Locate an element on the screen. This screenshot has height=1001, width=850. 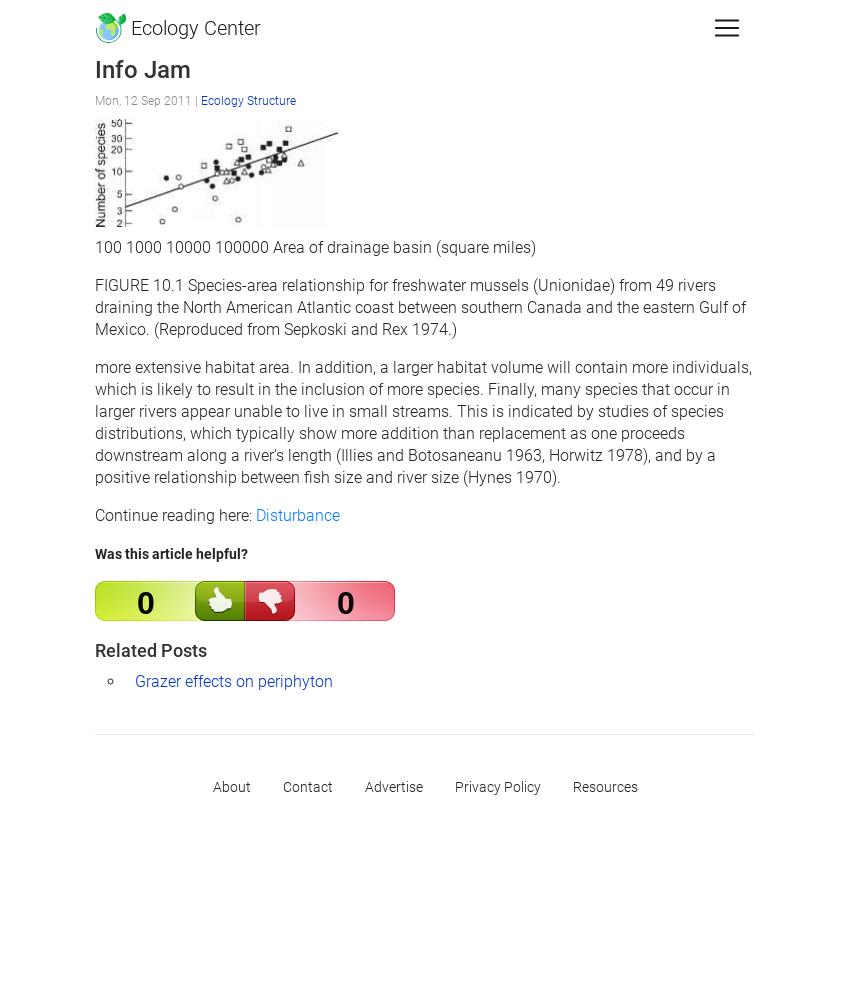
'more extensive habitat area. In addition, a larger habitat volume will contain more individuals, which is likely to result in the inclusion of more species. Finally, many species that occur in larger rivers appear unable to live in small streams. This is indicated by studies of species distributions, which typically show more addition than replacement as one proceeds downstream along a river's length (Illies and Botosaneanu 1963, Horwitz 1978), and by a positive relationship between fish size and river size (Hynes 1970).' is located at coordinates (423, 421).